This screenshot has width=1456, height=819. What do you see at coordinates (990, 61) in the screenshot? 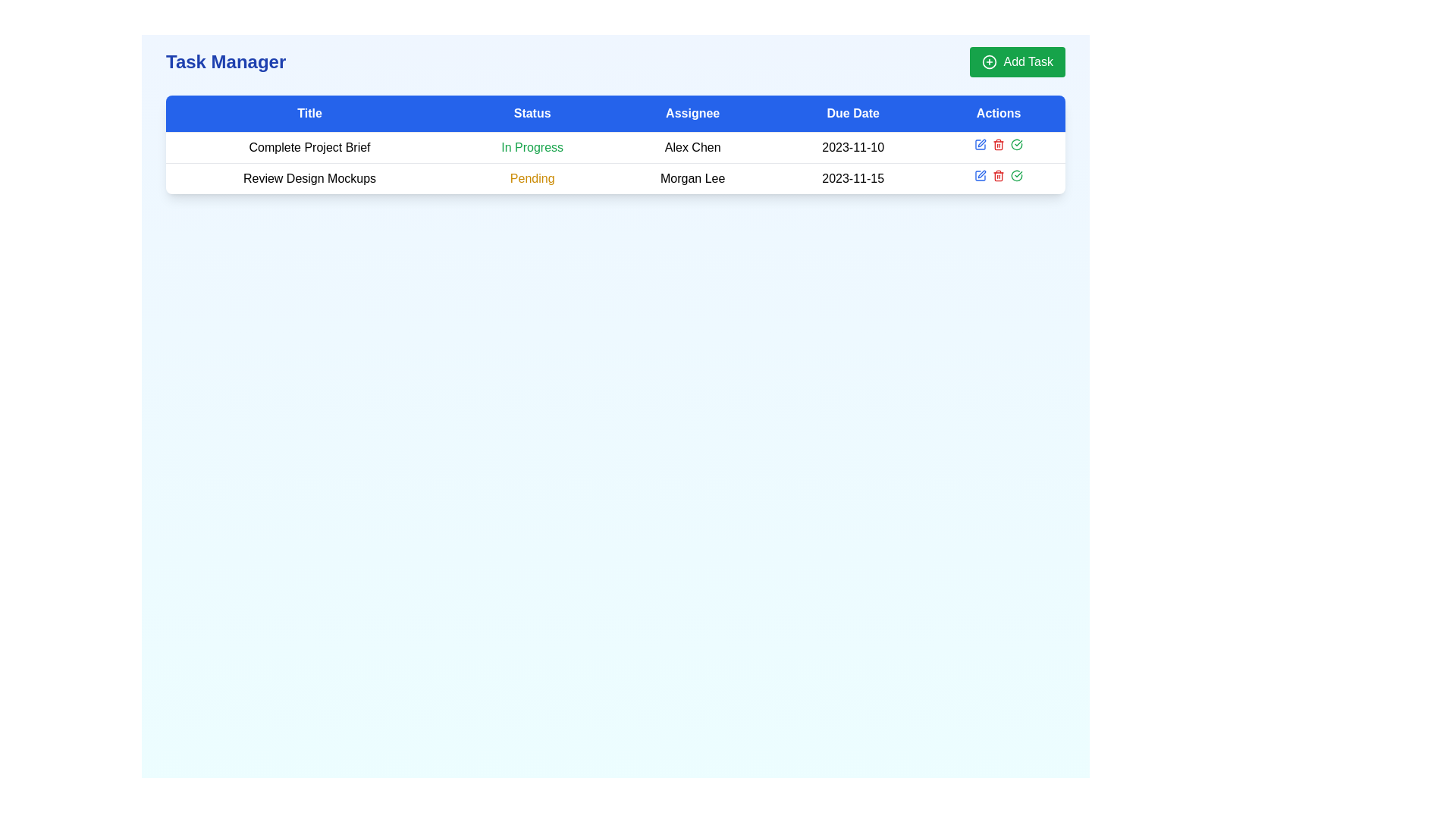
I see `the 'Add Task' button, which is visually represented by an SVG circle as part of a plus sign icon located in the top right corner of the interface` at bounding box center [990, 61].